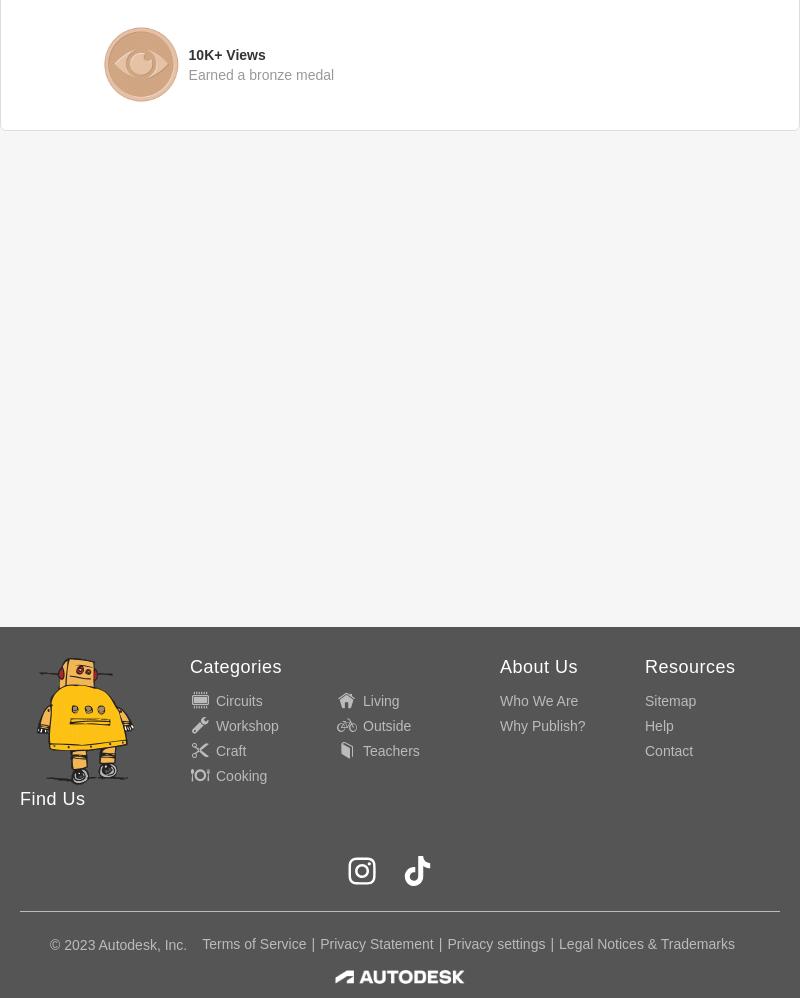  Describe the element at coordinates (375, 944) in the screenshot. I see `'Privacy Statement'` at that location.